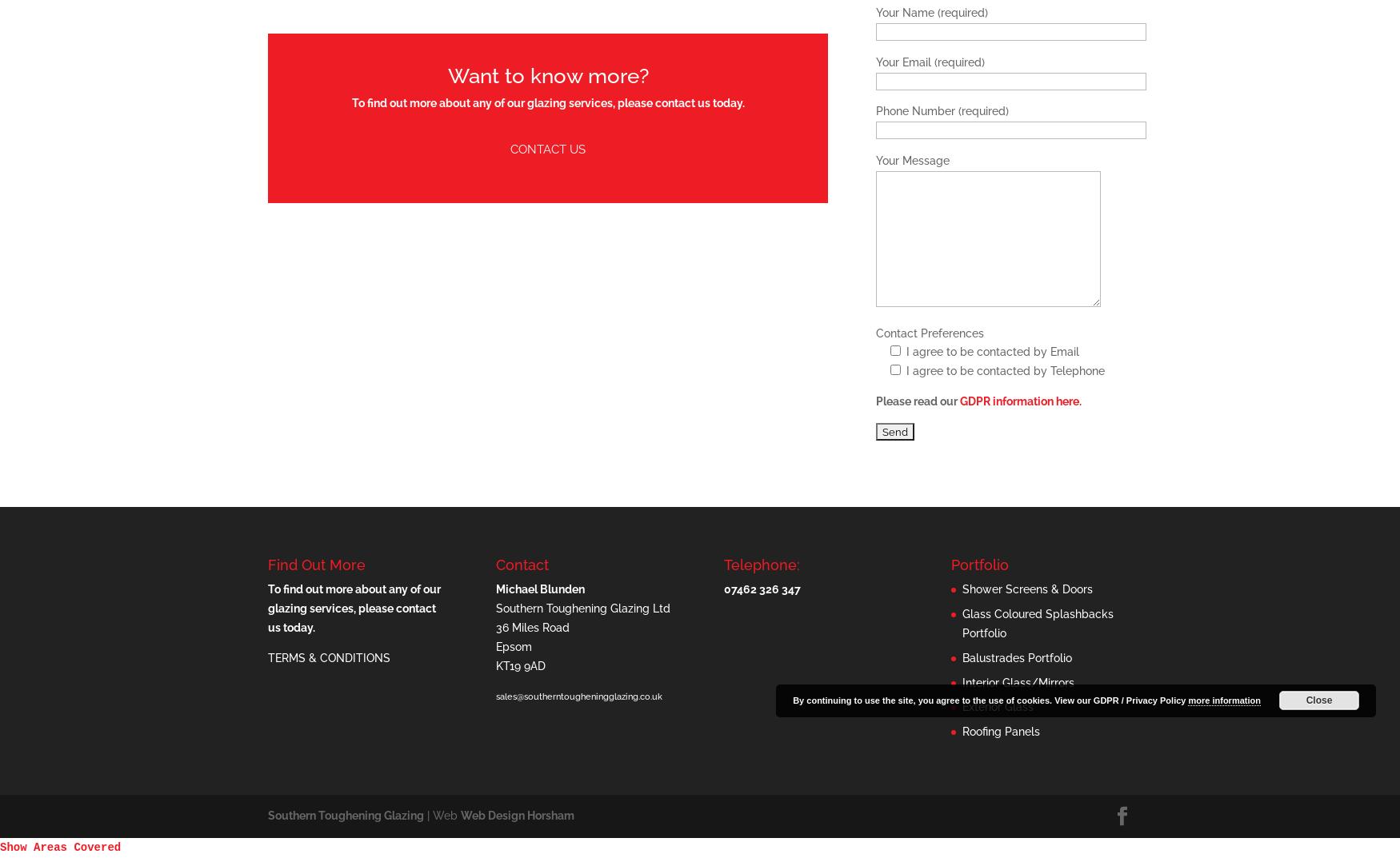  What do you see at coordinates (267, 565) in the screenshot?
I see `'Find Out More'` at bounding box center [267, 565].